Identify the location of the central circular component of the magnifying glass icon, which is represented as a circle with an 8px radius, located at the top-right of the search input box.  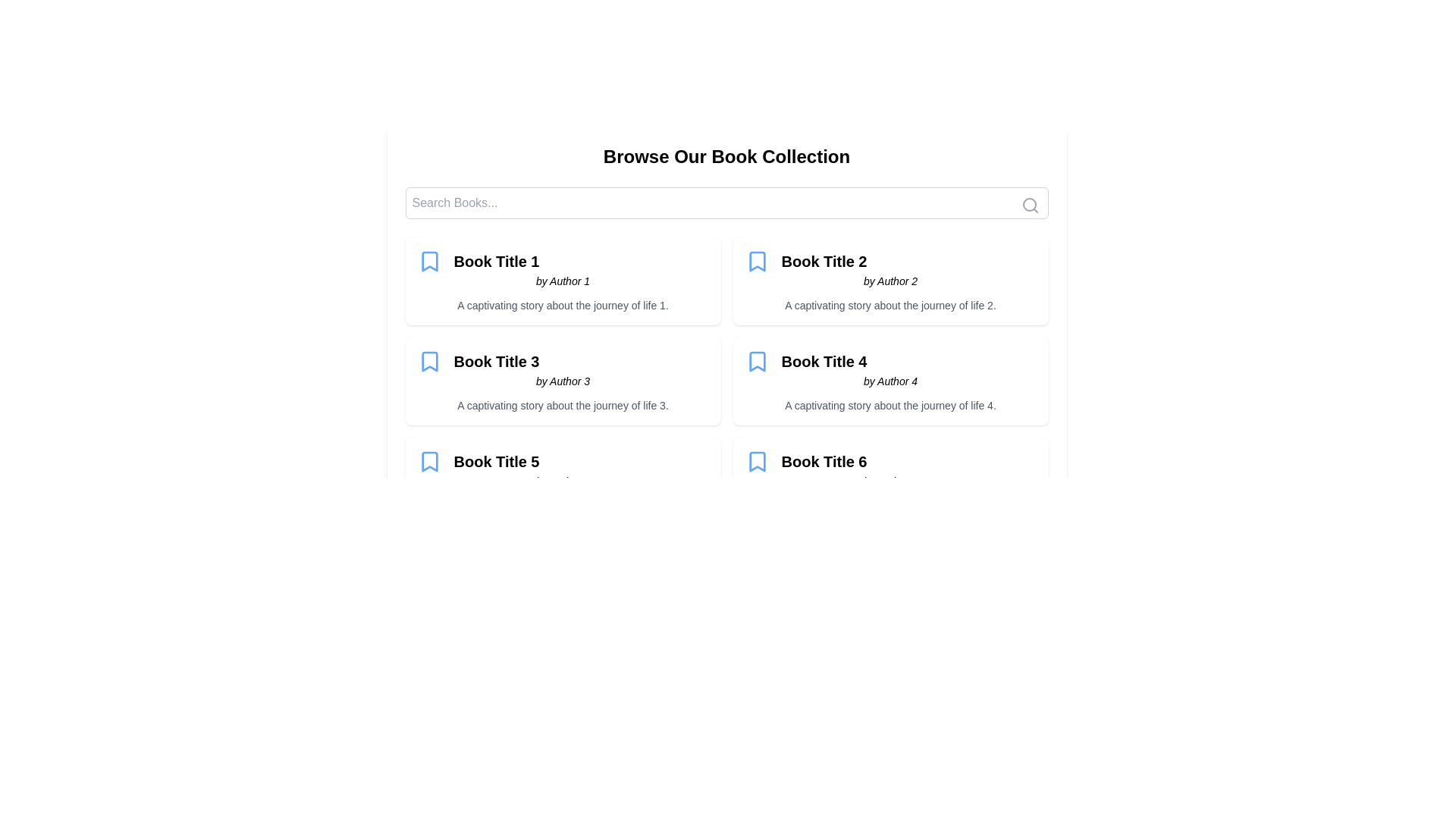
(1029, 205).